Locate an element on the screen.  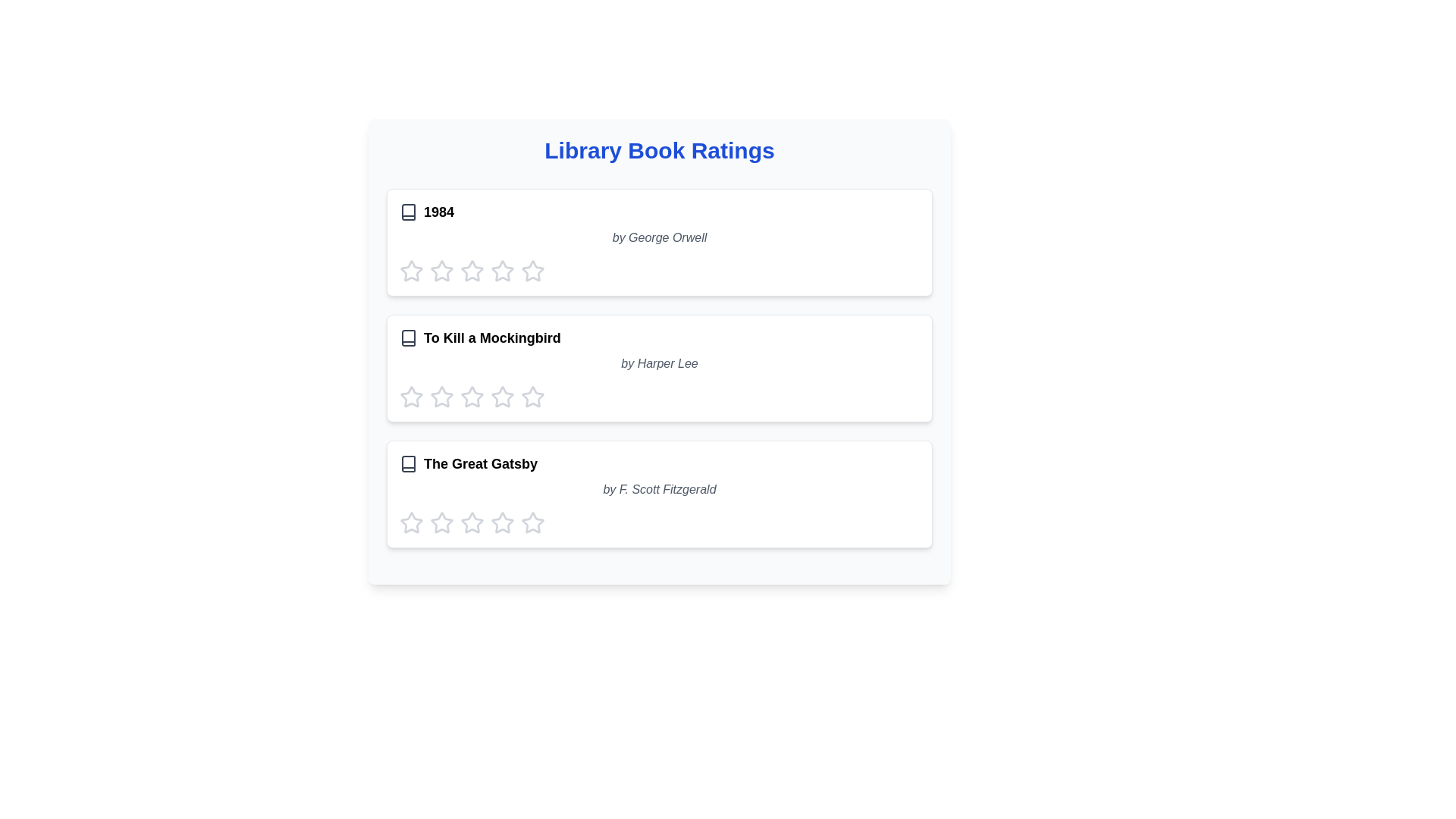
the first star icon in the star rating for 'The Great Gatsby' is located at coordinates (411, 522).